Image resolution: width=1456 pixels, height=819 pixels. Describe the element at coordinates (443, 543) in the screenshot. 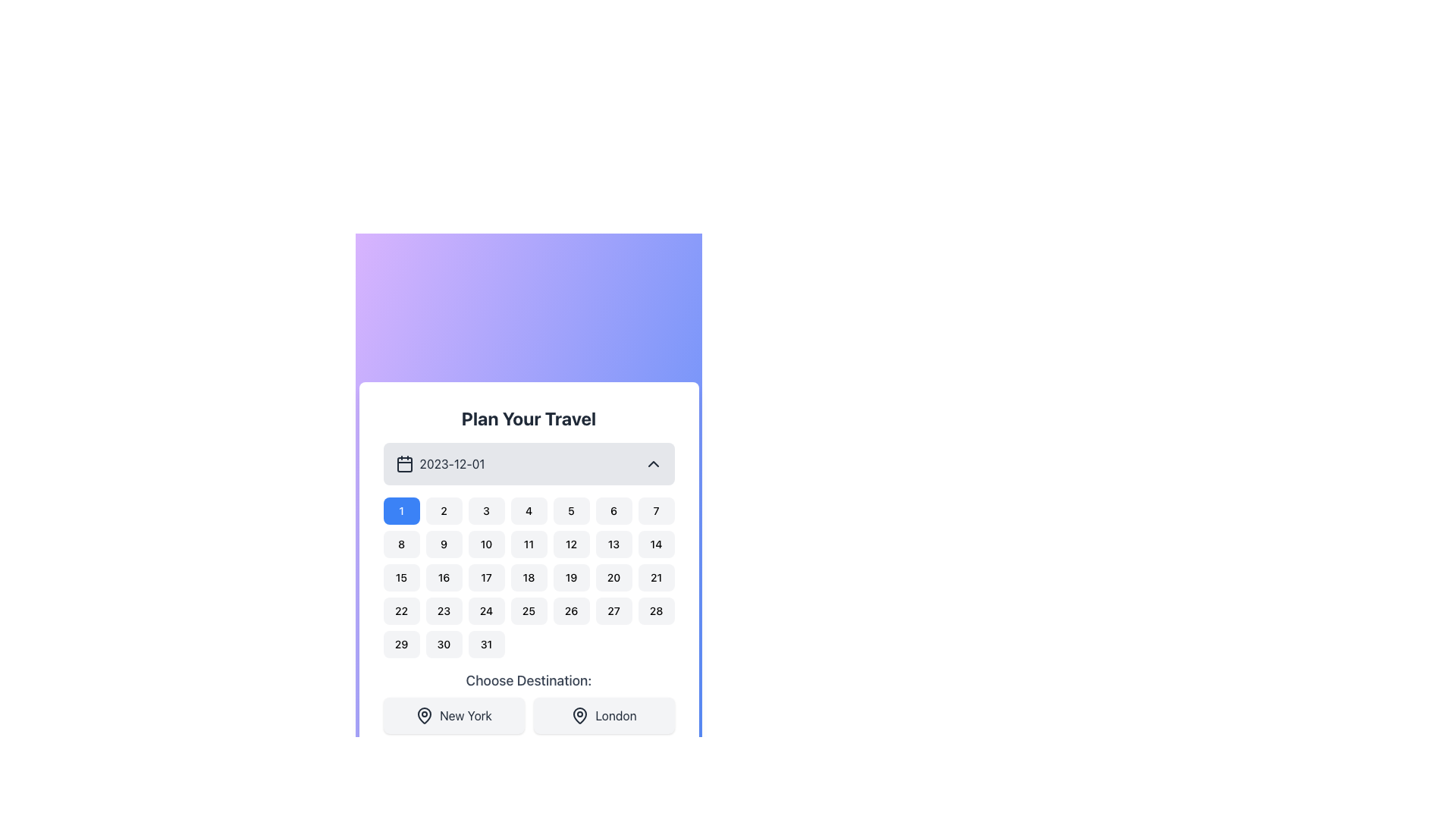

I see `the button with the number '9' in black text, located in the second row and second column of the grid below the 'Plan Your Travel' header` at that location.